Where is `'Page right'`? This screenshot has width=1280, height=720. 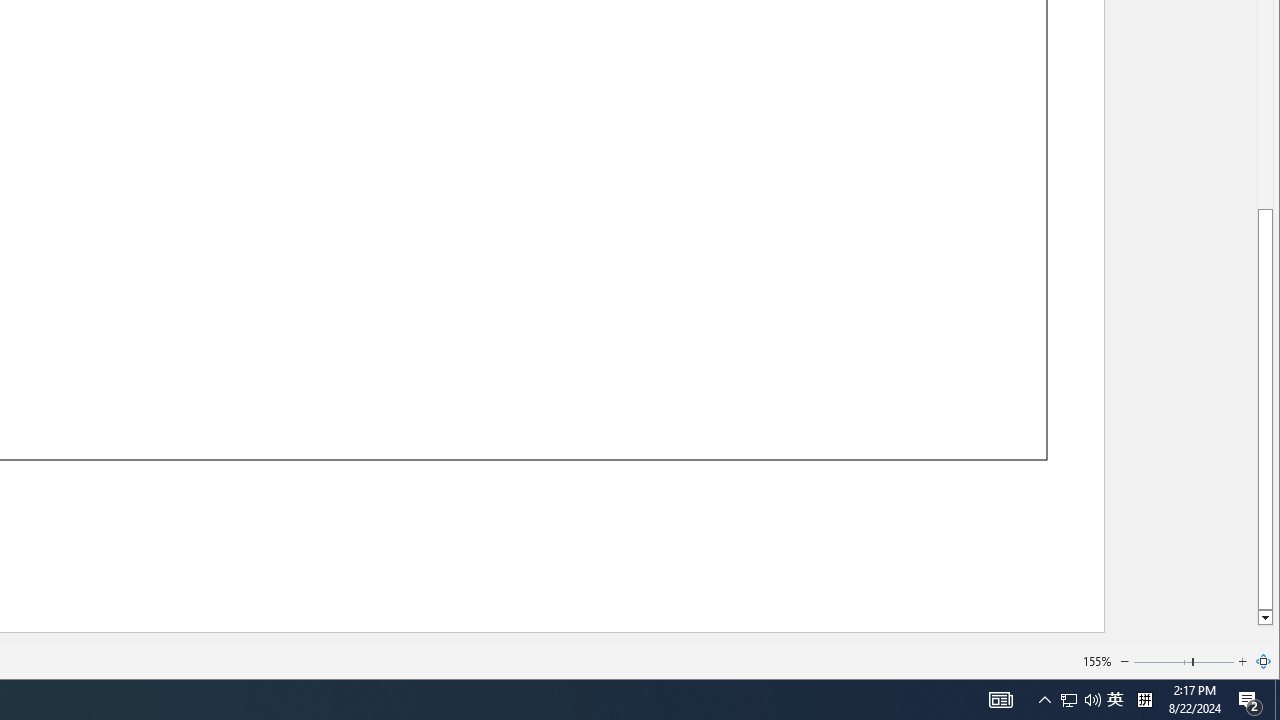
'Page right' is located at coordinates (1213, 662).